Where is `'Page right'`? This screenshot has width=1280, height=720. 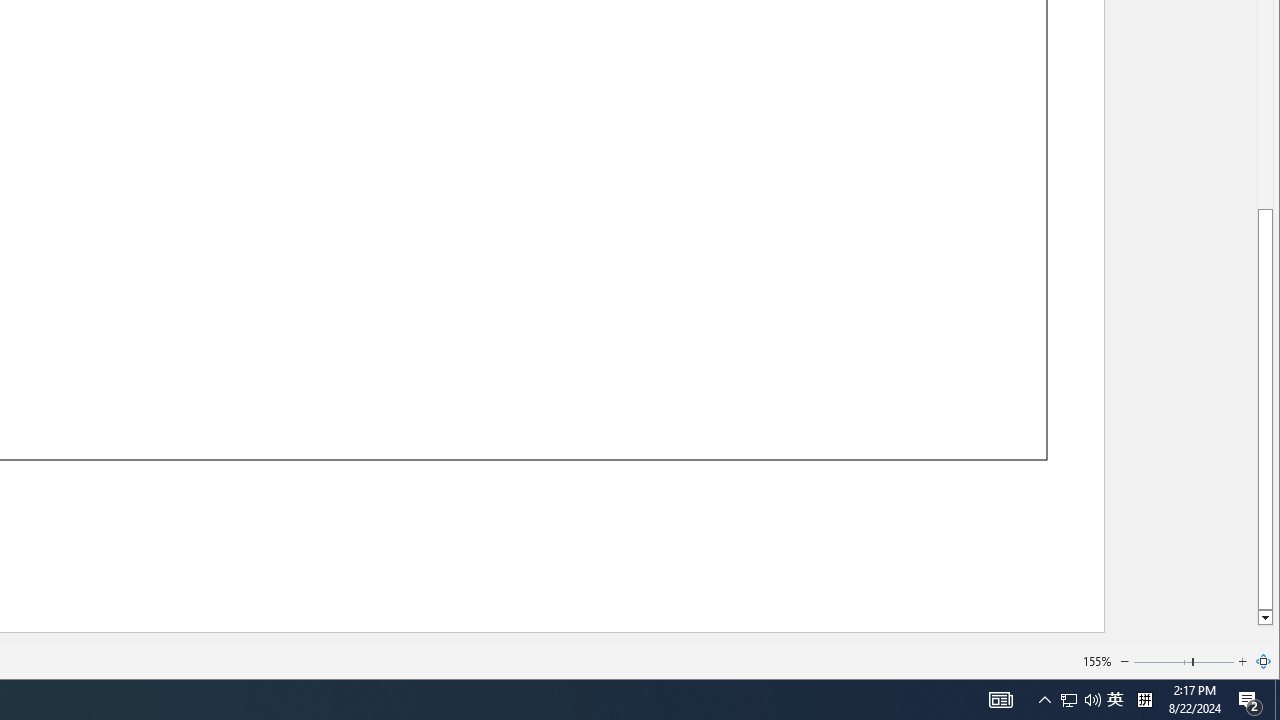
'Page right' is located at coordinates (1213, 662).